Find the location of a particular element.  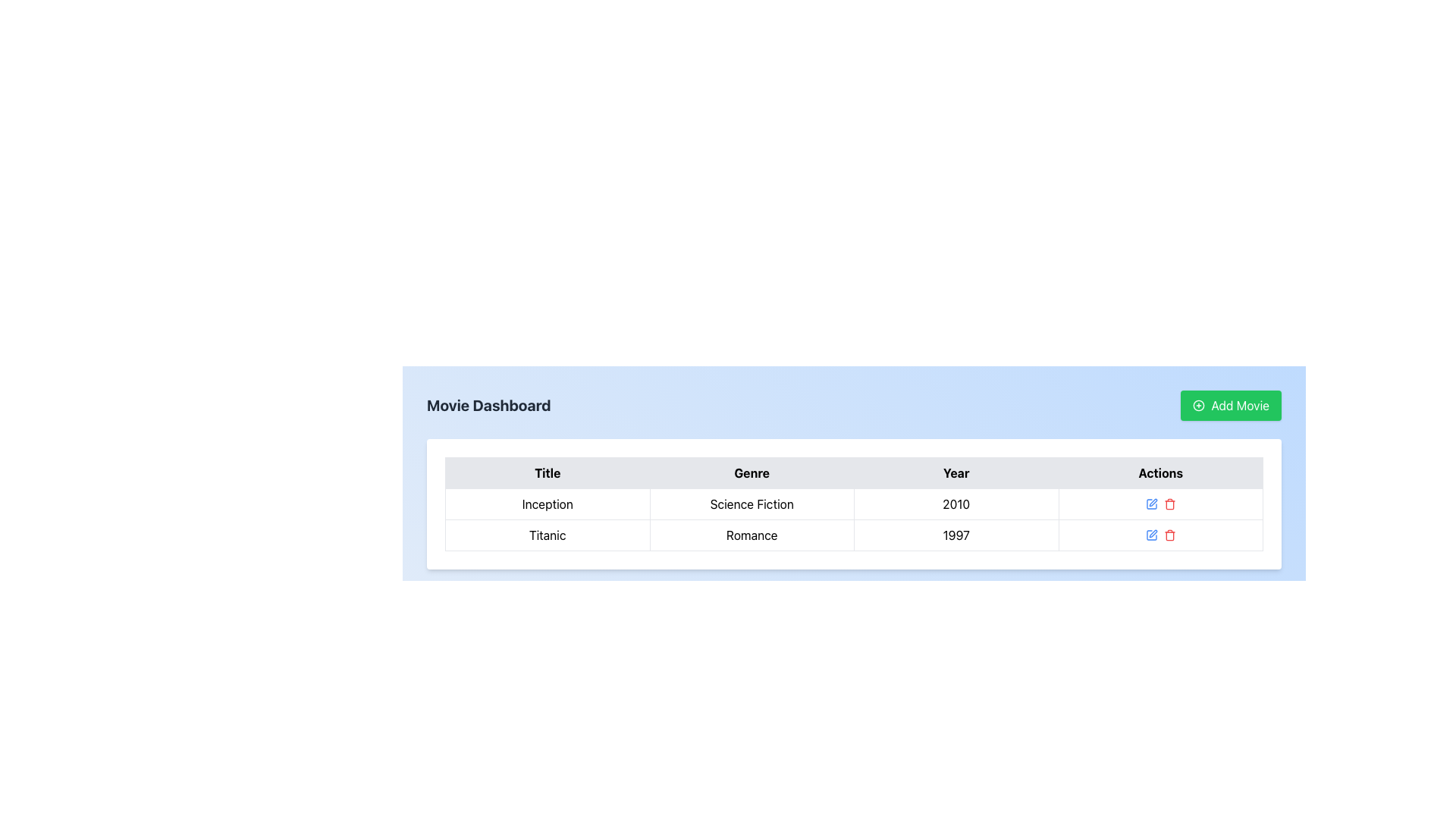

the trash bin icon representing the delete action for the movie 'Titanic' is located at coordinates (1169, 505).